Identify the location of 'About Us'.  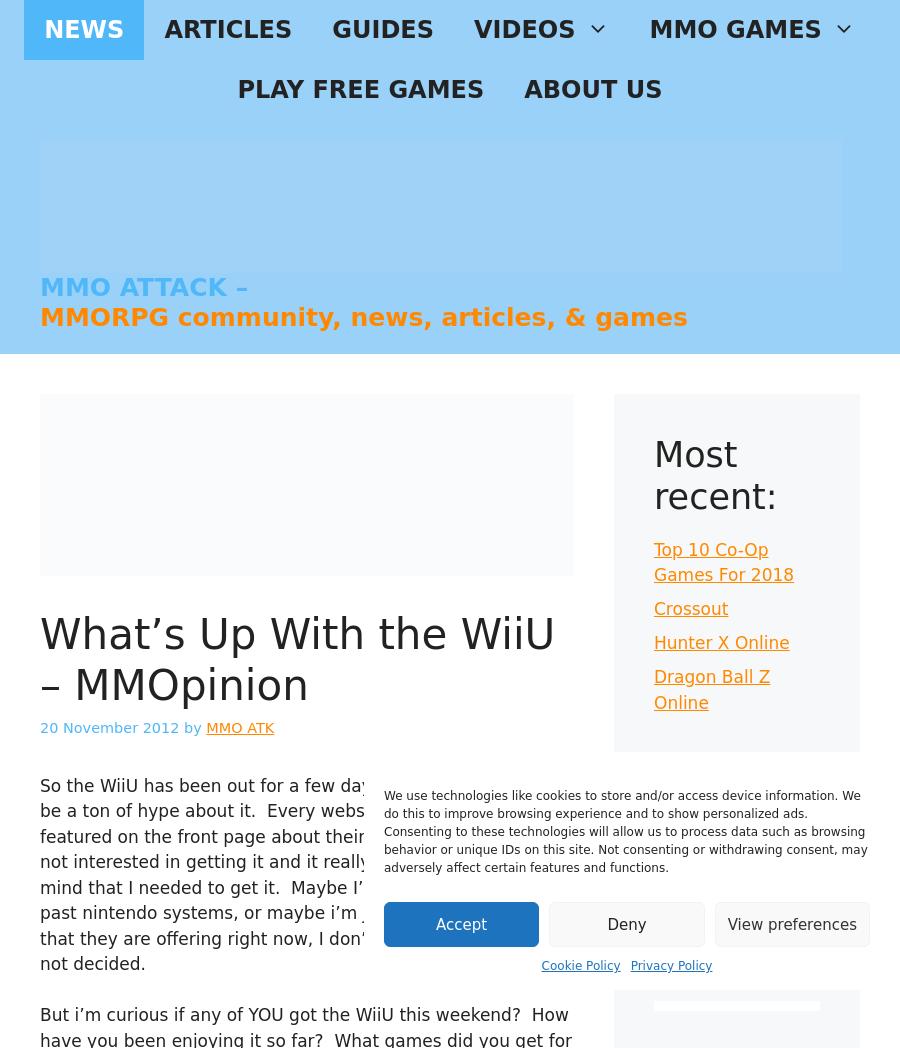
(593, 89).